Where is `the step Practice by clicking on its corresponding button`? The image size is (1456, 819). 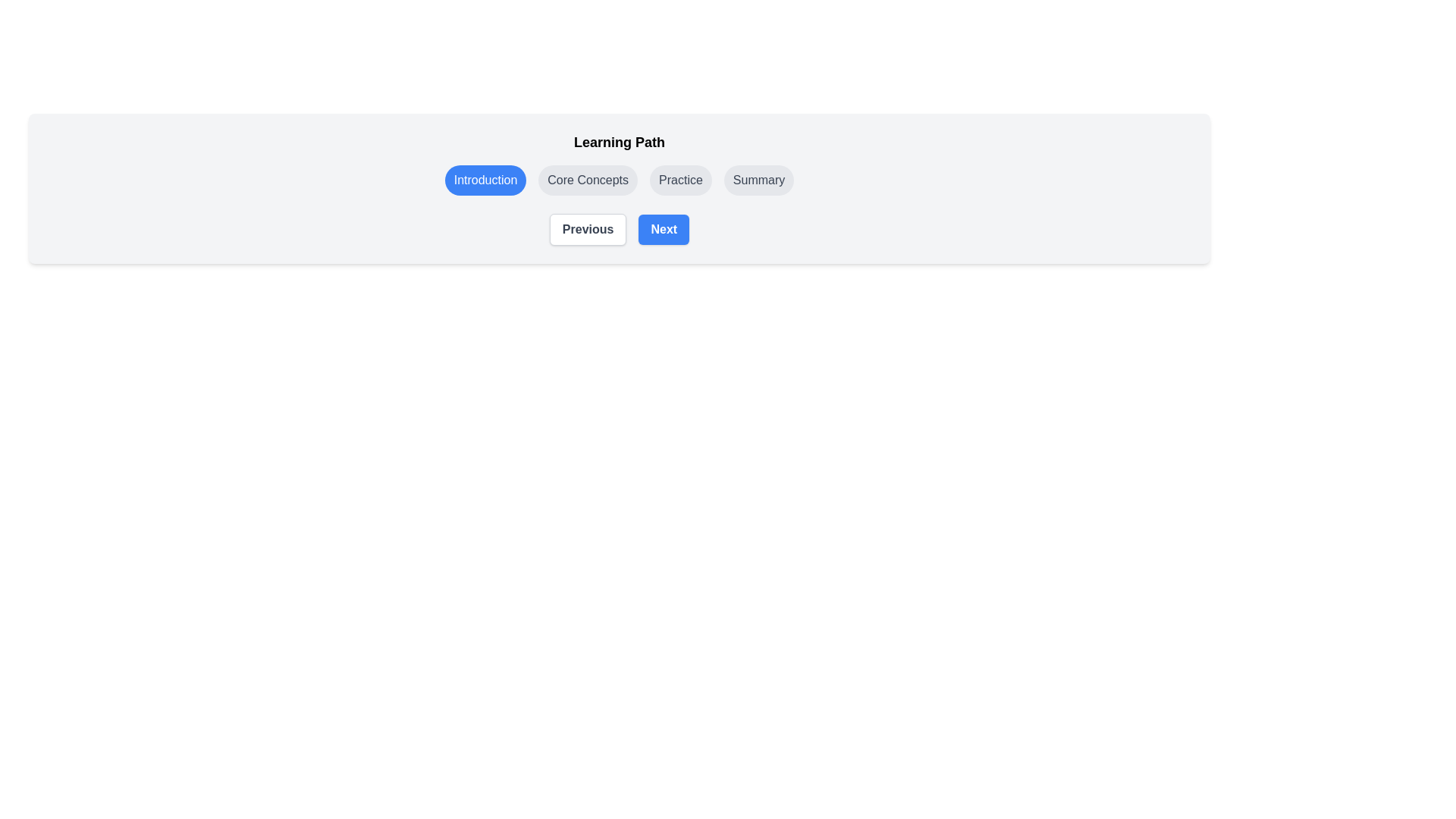 the step Practice by clicking on its corresponding button is located at coordinates (679, 180).